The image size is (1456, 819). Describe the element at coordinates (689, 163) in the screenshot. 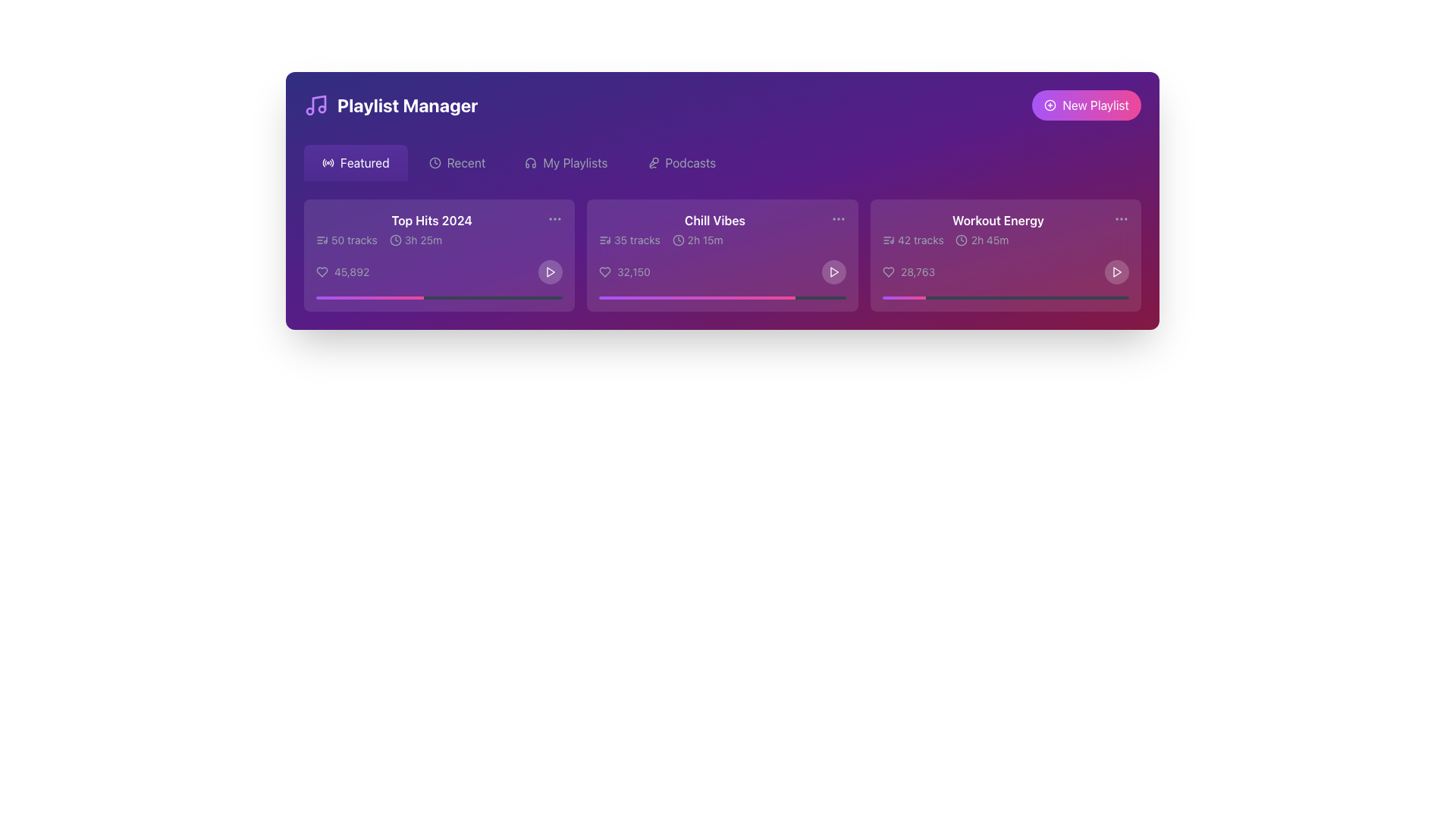

I see `the navigational link or button labeled for podcasts, located at the far right of the navigation options` at that location.